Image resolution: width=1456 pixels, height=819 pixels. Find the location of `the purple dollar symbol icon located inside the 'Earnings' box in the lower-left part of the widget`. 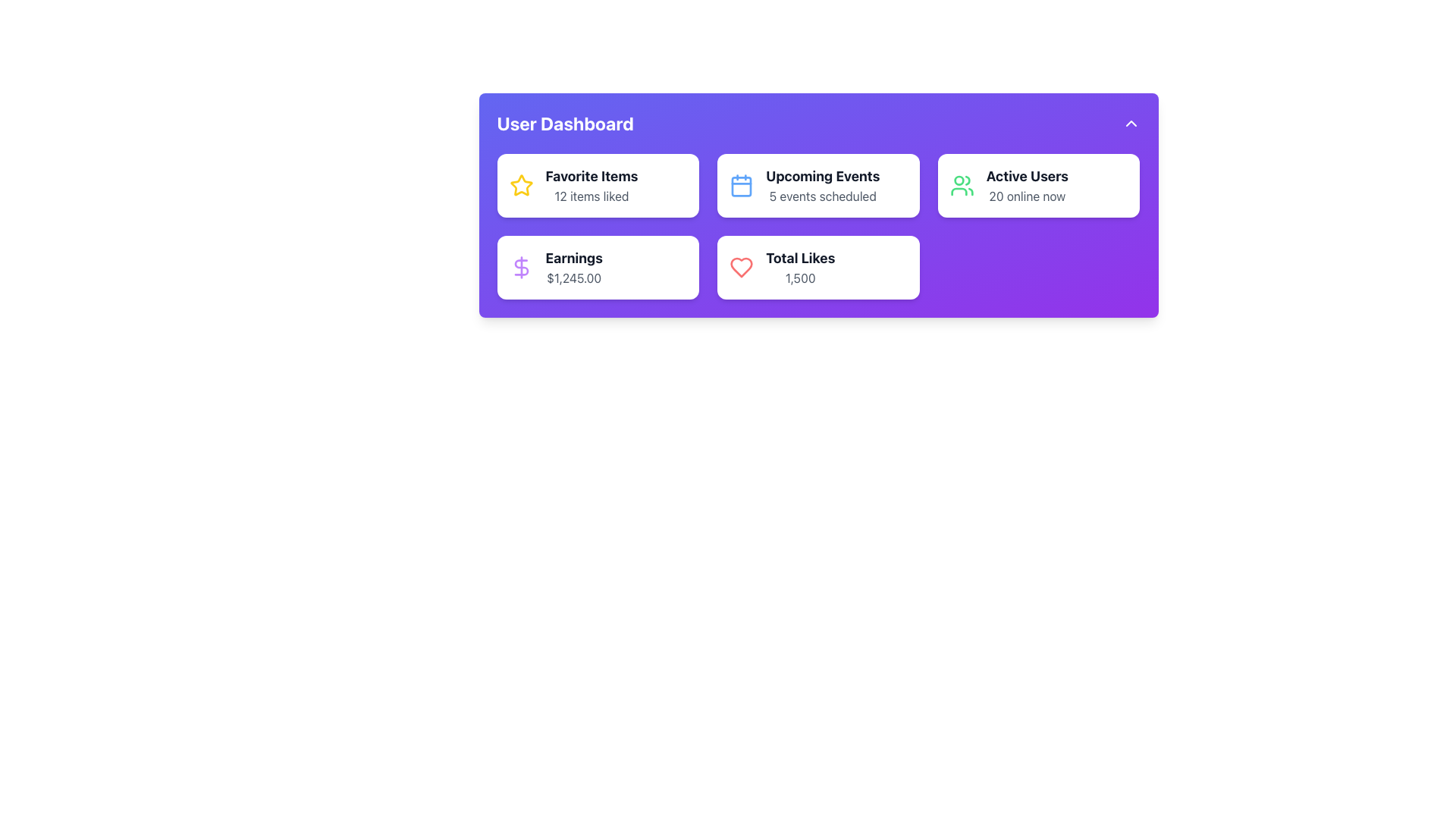

the purple dollar symbol icon located inside the 'Earnings' box in the lower-left part of the widget is located at coordinates (521, 267).